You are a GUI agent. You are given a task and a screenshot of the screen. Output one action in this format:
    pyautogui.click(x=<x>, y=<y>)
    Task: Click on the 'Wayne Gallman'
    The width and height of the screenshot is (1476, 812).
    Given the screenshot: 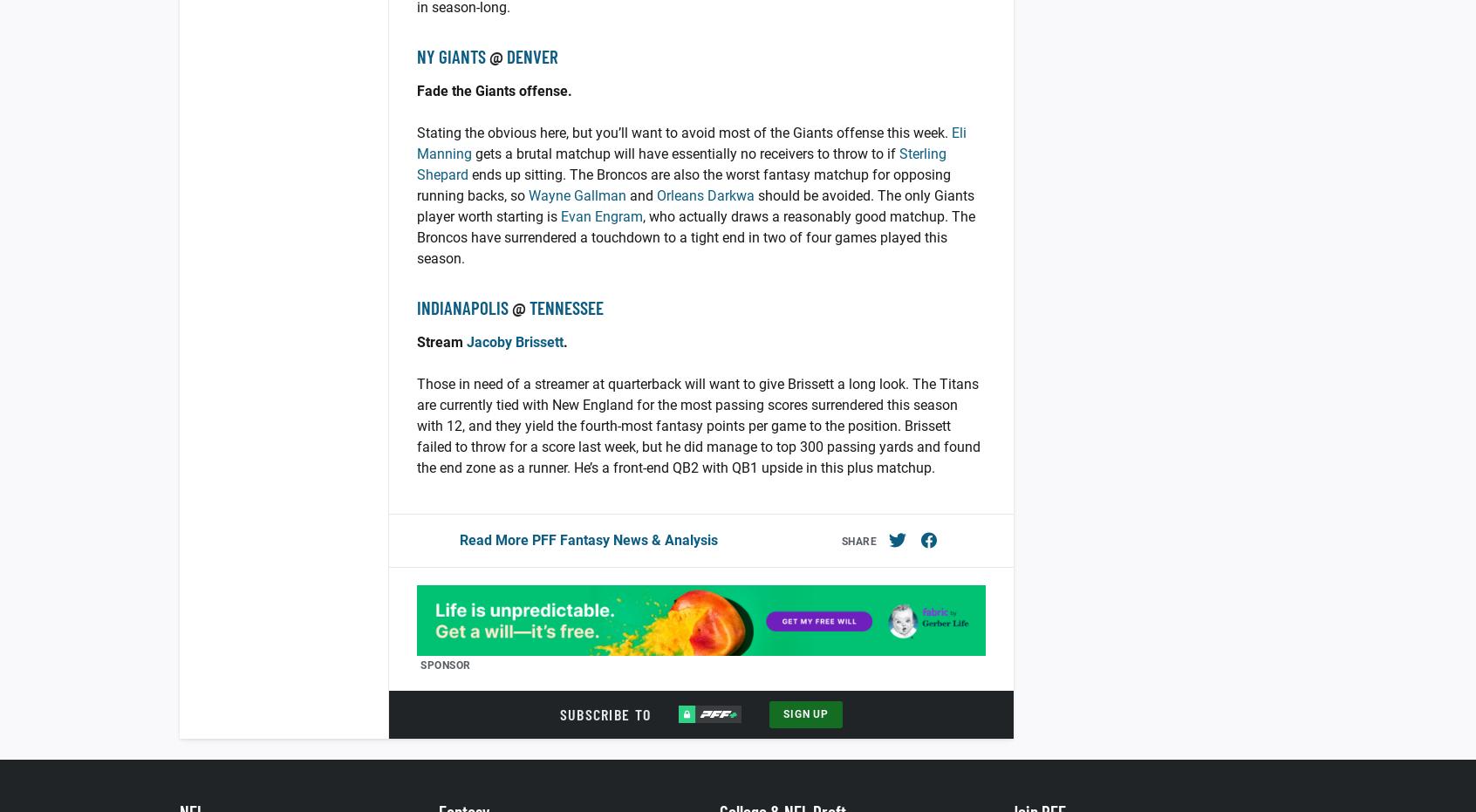 What is the action you would take?
    pyautogui.click(x=577, y=195)
    